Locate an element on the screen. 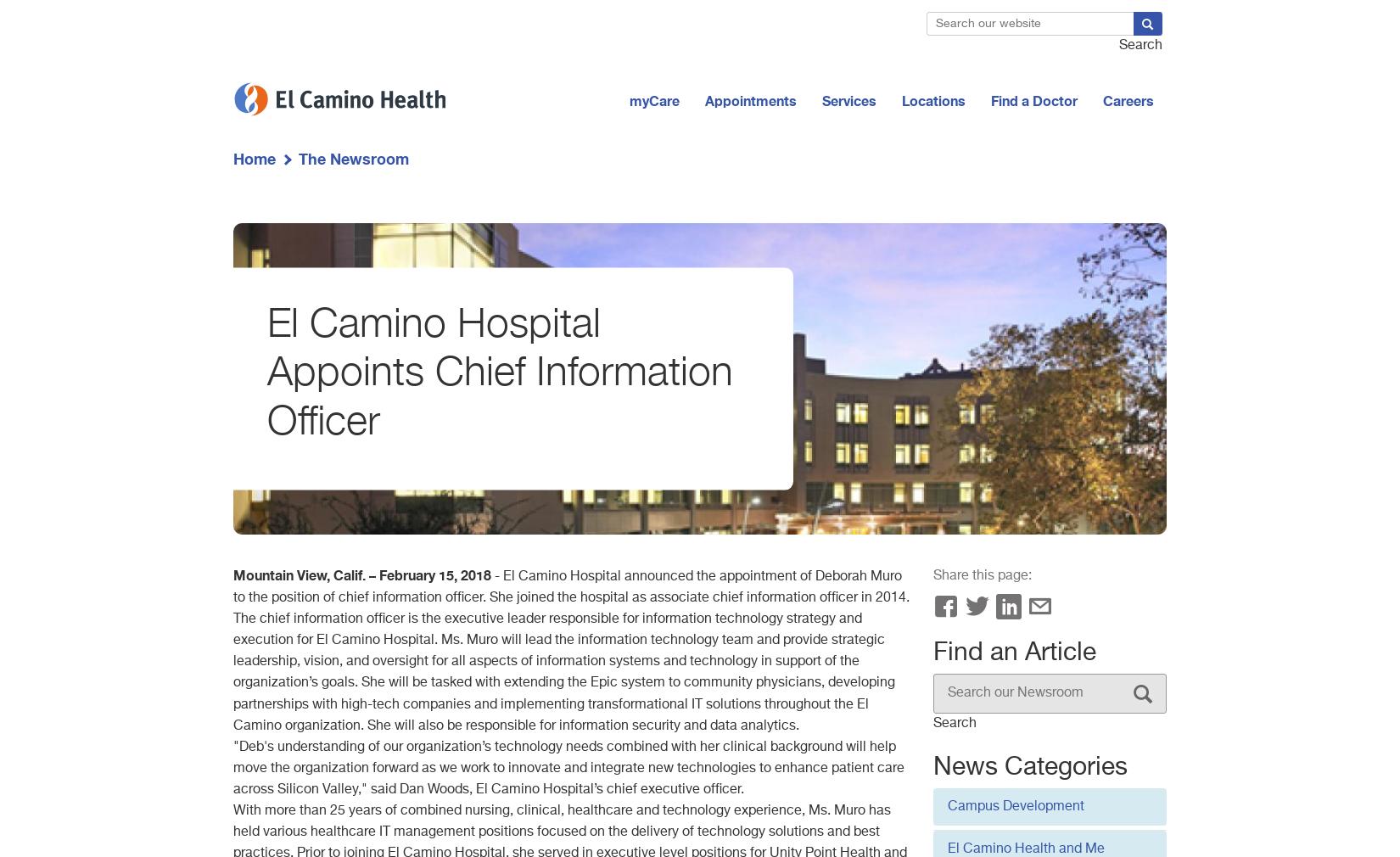  'Careers' is located at coordinates (1128, 99).